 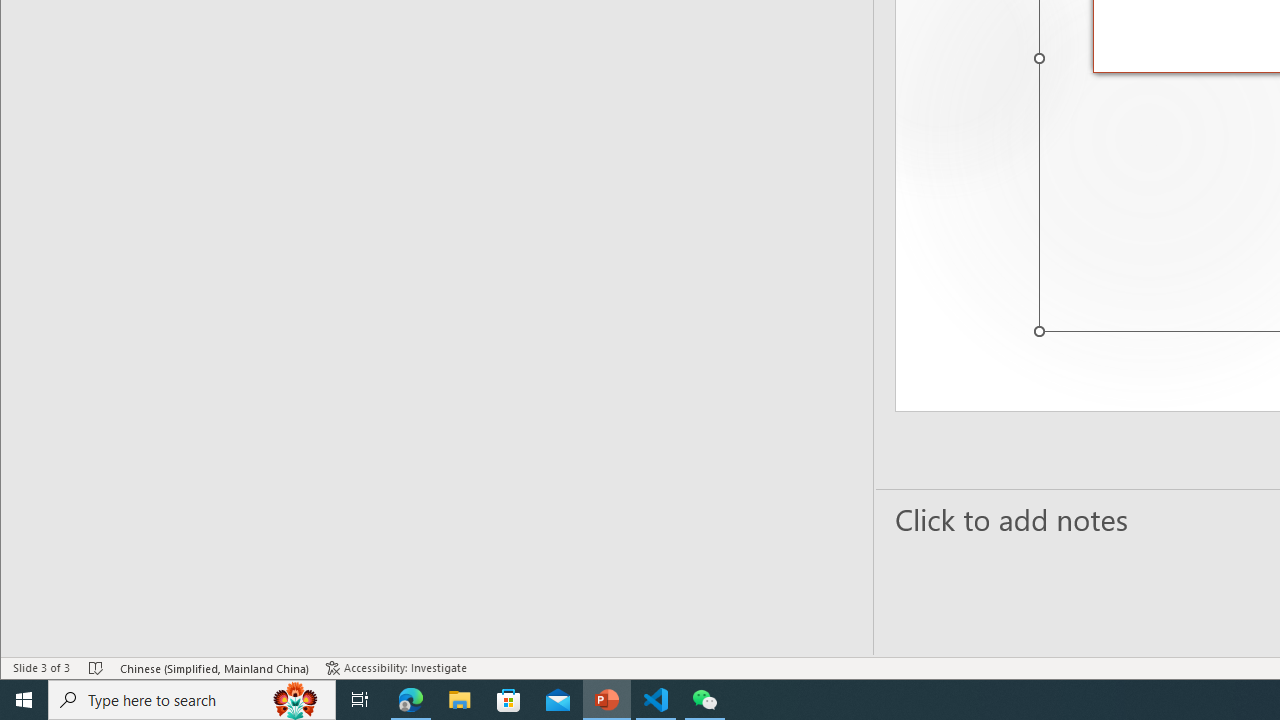 I want to click on 'Microsoft Edge - 1 running window', so click(x=410, y=698).